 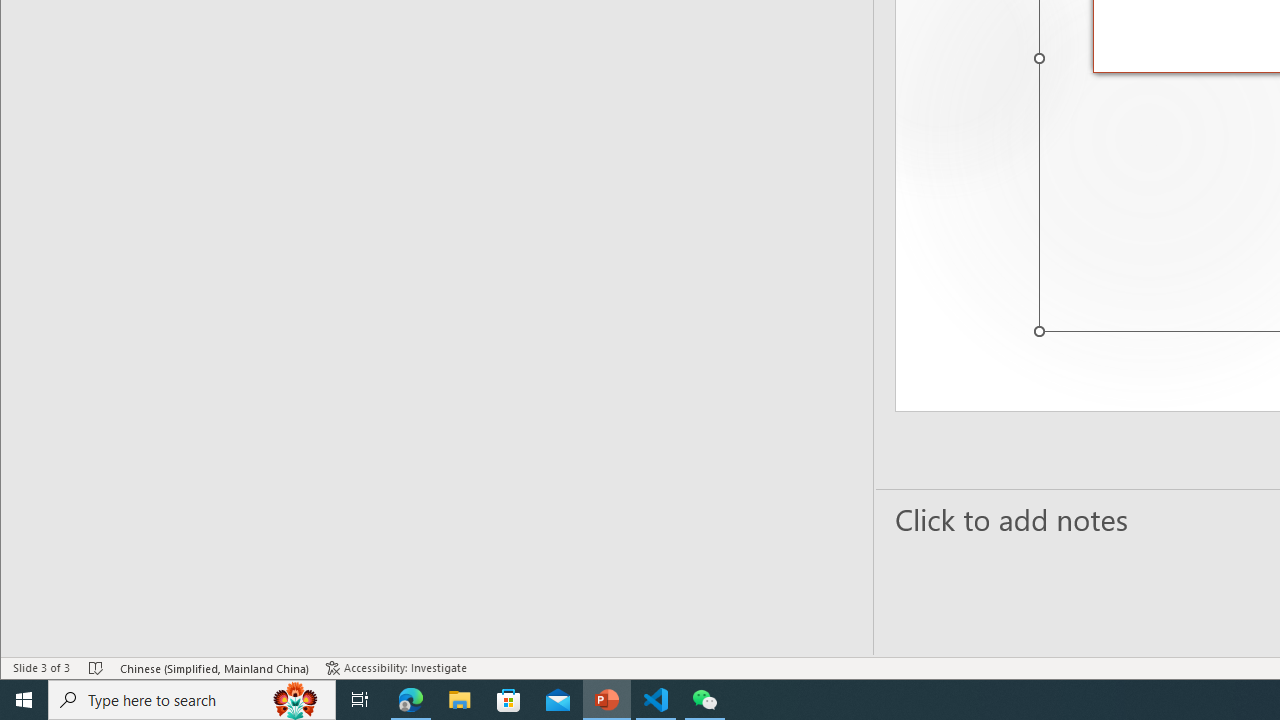 I want to click on 'Microsoft Edge - 1 running window', so click(x=410, y=698).